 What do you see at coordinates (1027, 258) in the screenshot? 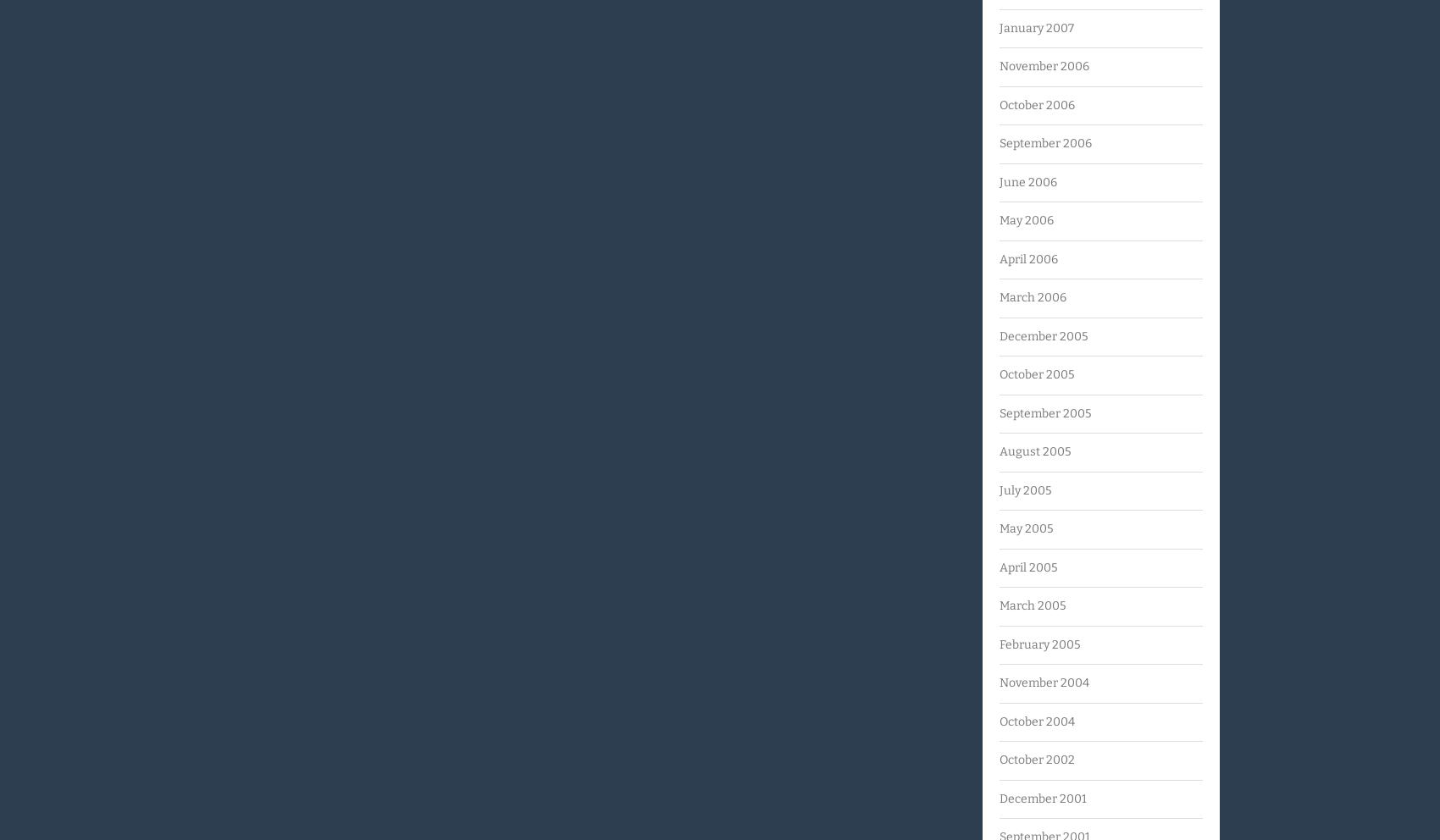
I see `'April 2006'` at bounding box center [1027, 258].